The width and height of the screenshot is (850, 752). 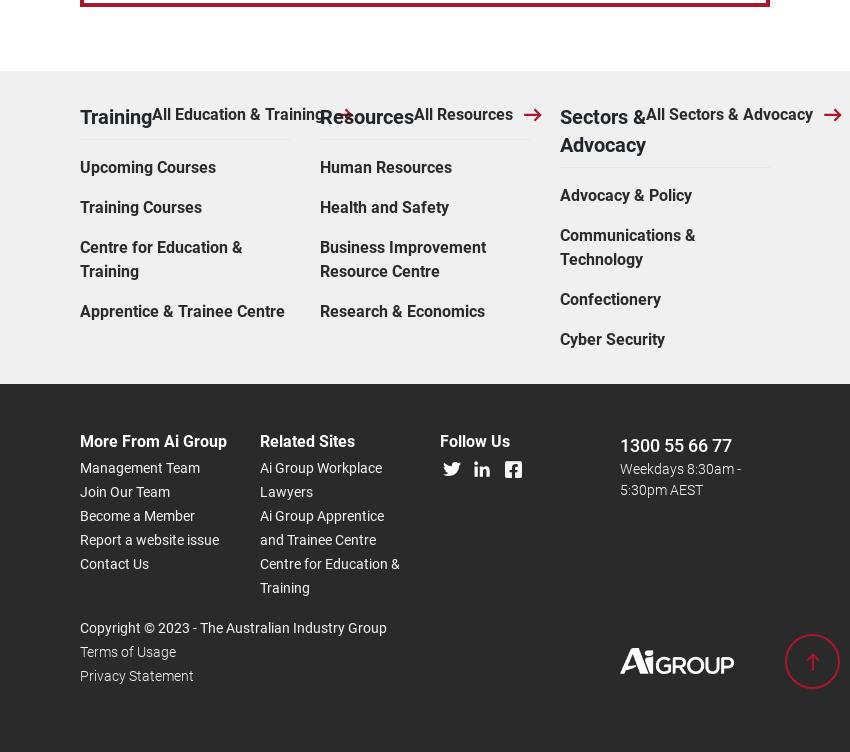 What do you see at coordinates (149, 314) in the screenshot?
I see `'Report a website issue'` at bounding box center [149, 314].